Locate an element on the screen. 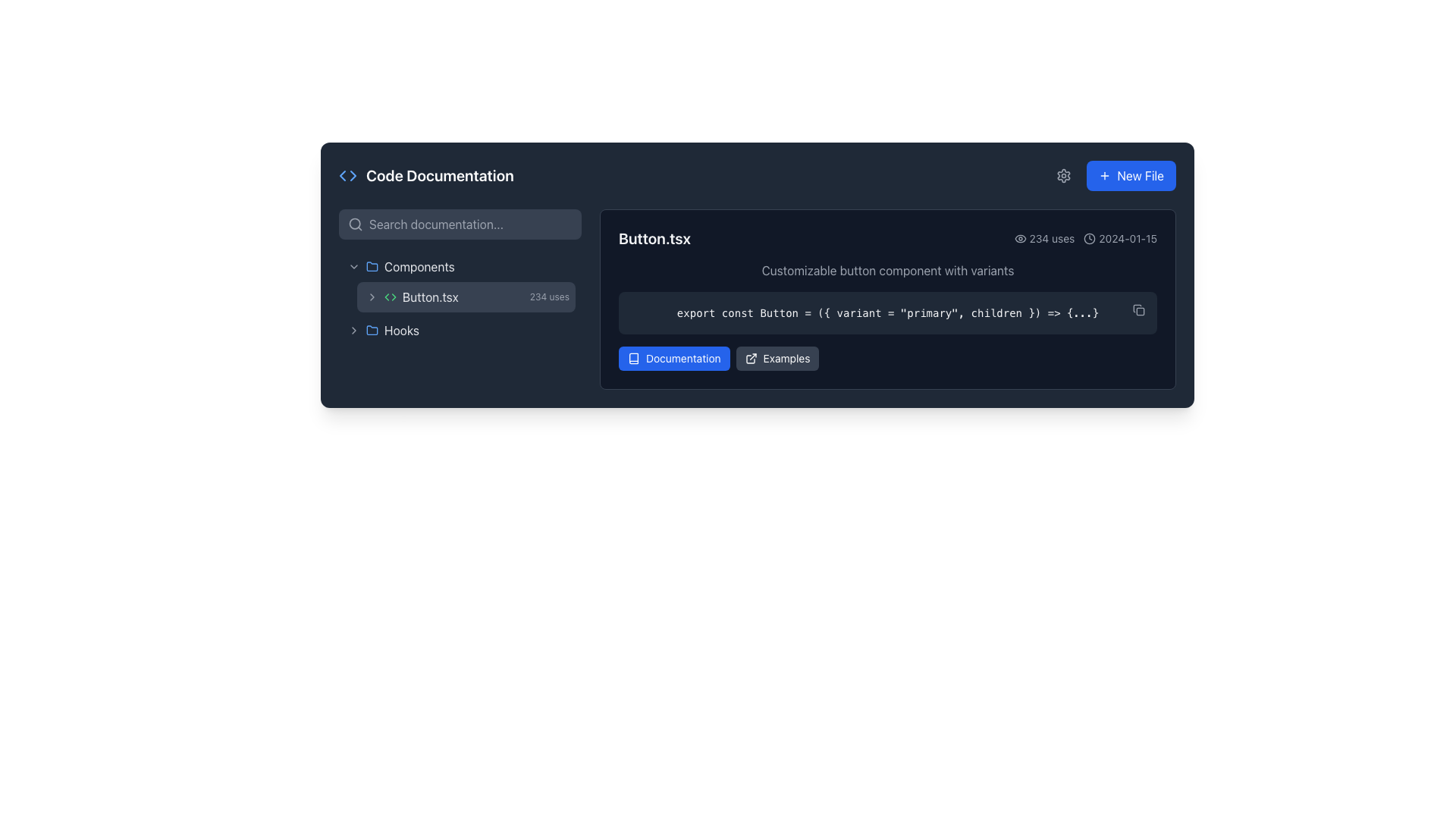 This screenshot has width=1456, height=819. the sixth text label in the left panel, which represents a category or feature within the interface, located below 'Button.tsx' is located at coordinates (401, 329).